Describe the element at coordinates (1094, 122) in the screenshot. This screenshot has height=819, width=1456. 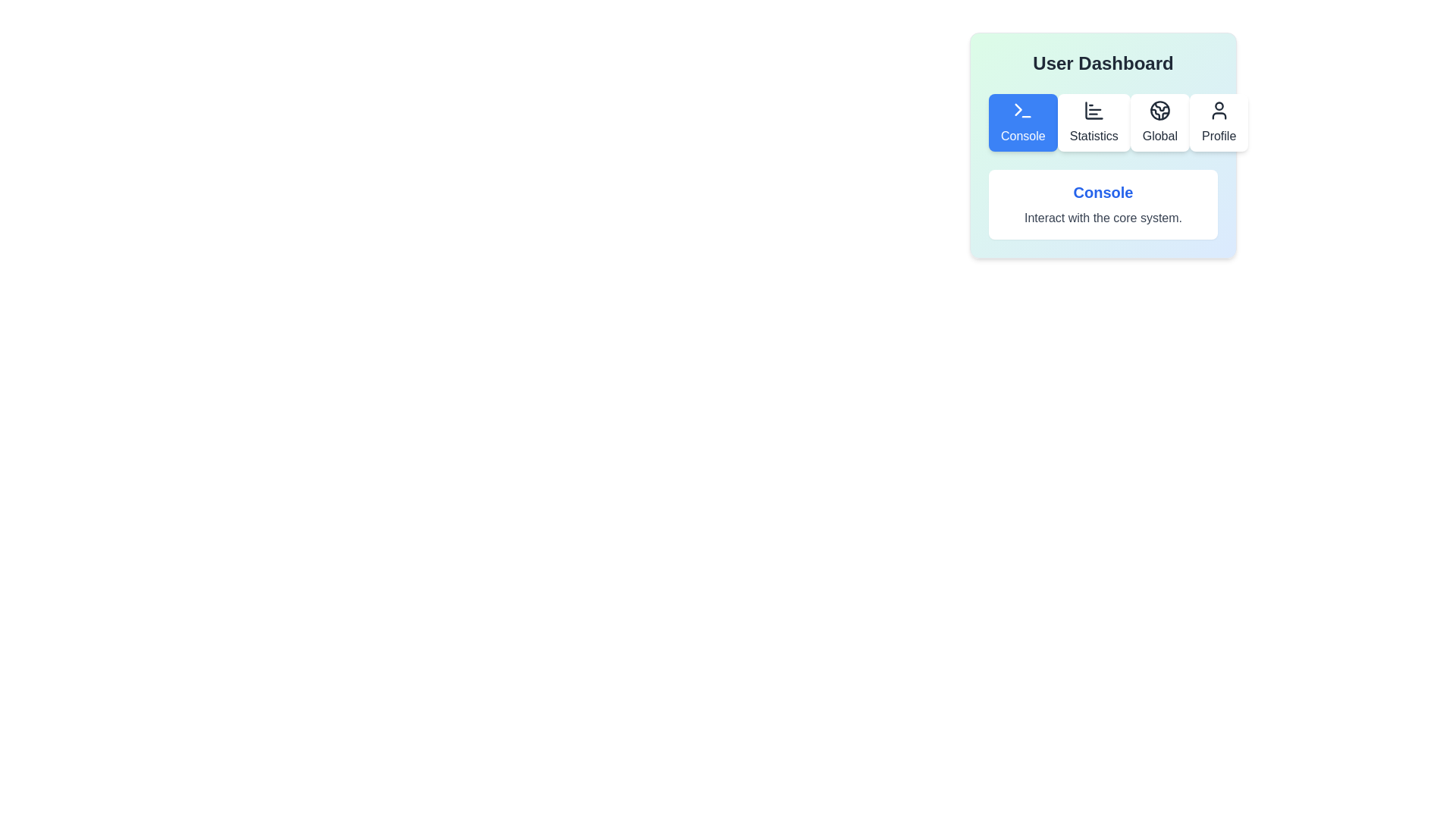
I see `the tab corresponding to Statistics` at that location.